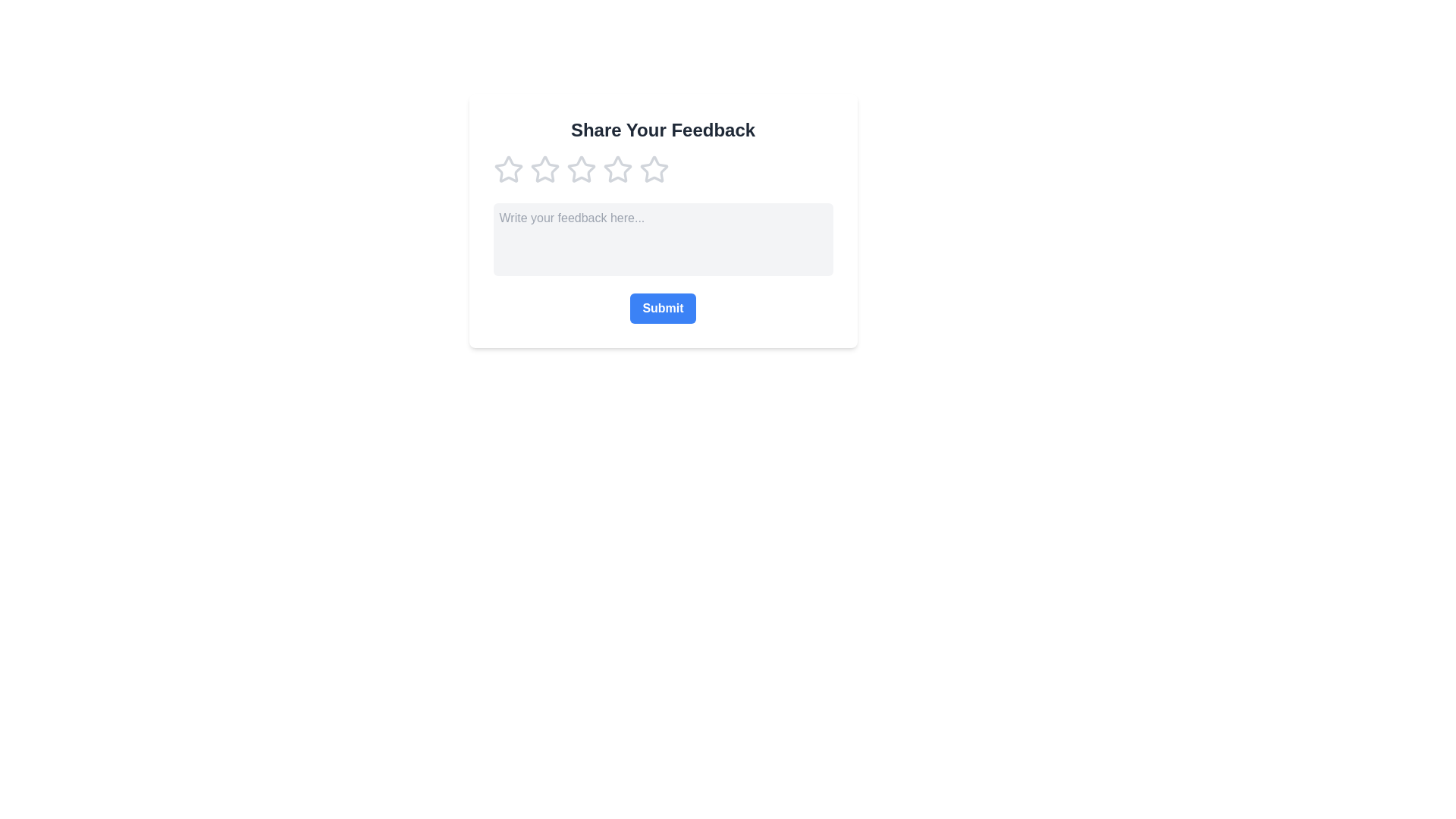 Image resolution: width=1456 pixels, height=819 pixels. Describe the element at coordinates (617, 169) in the screenshot. I see `the rating to 4 by clicking on the corresponding star` at that location.